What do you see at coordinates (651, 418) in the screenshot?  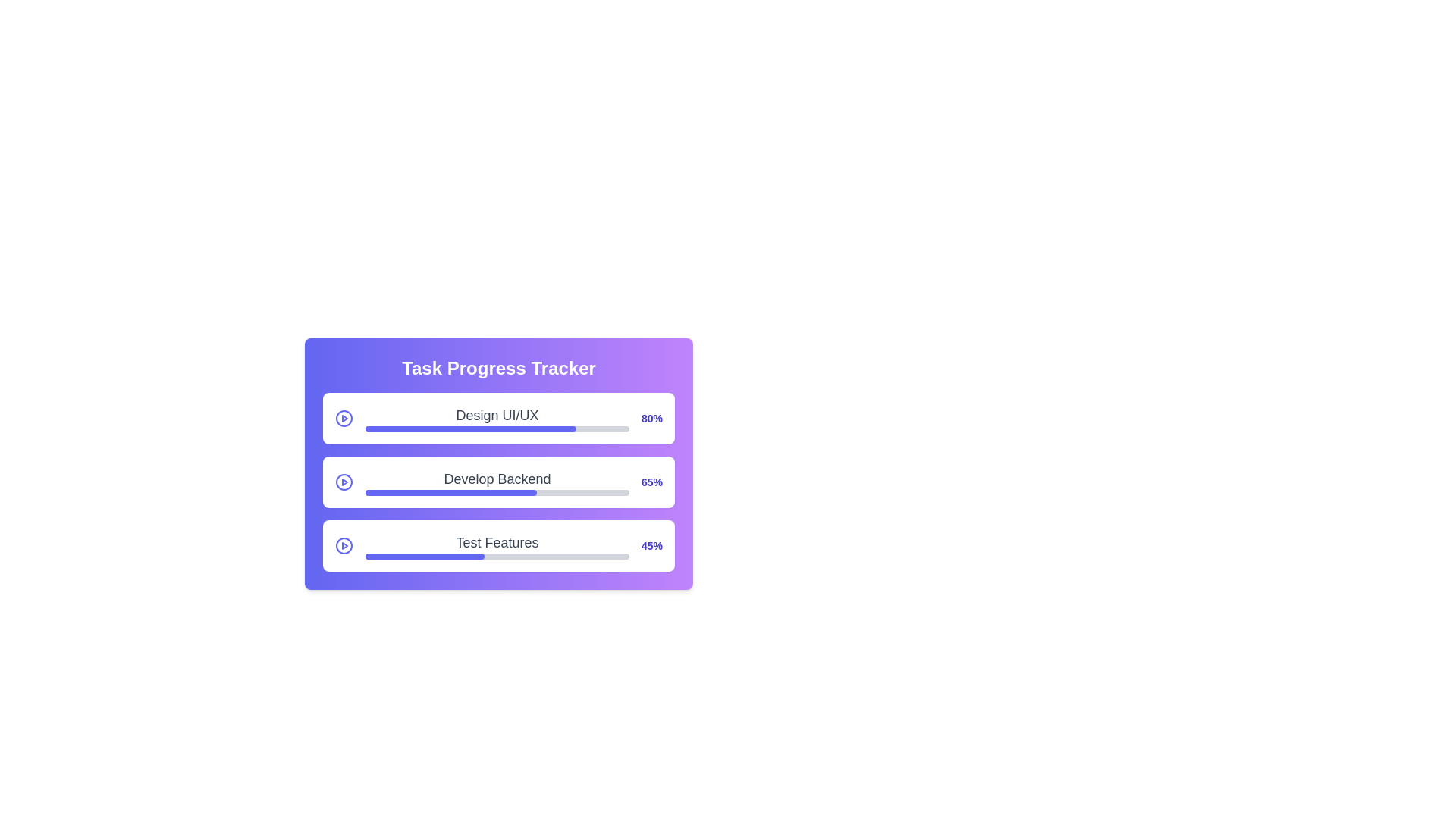 I see `the text label displaying '80%' in bold indigo font, which is part of the progress indicator for the task 'Design UI/UX'` at bounding box center [651, 418].